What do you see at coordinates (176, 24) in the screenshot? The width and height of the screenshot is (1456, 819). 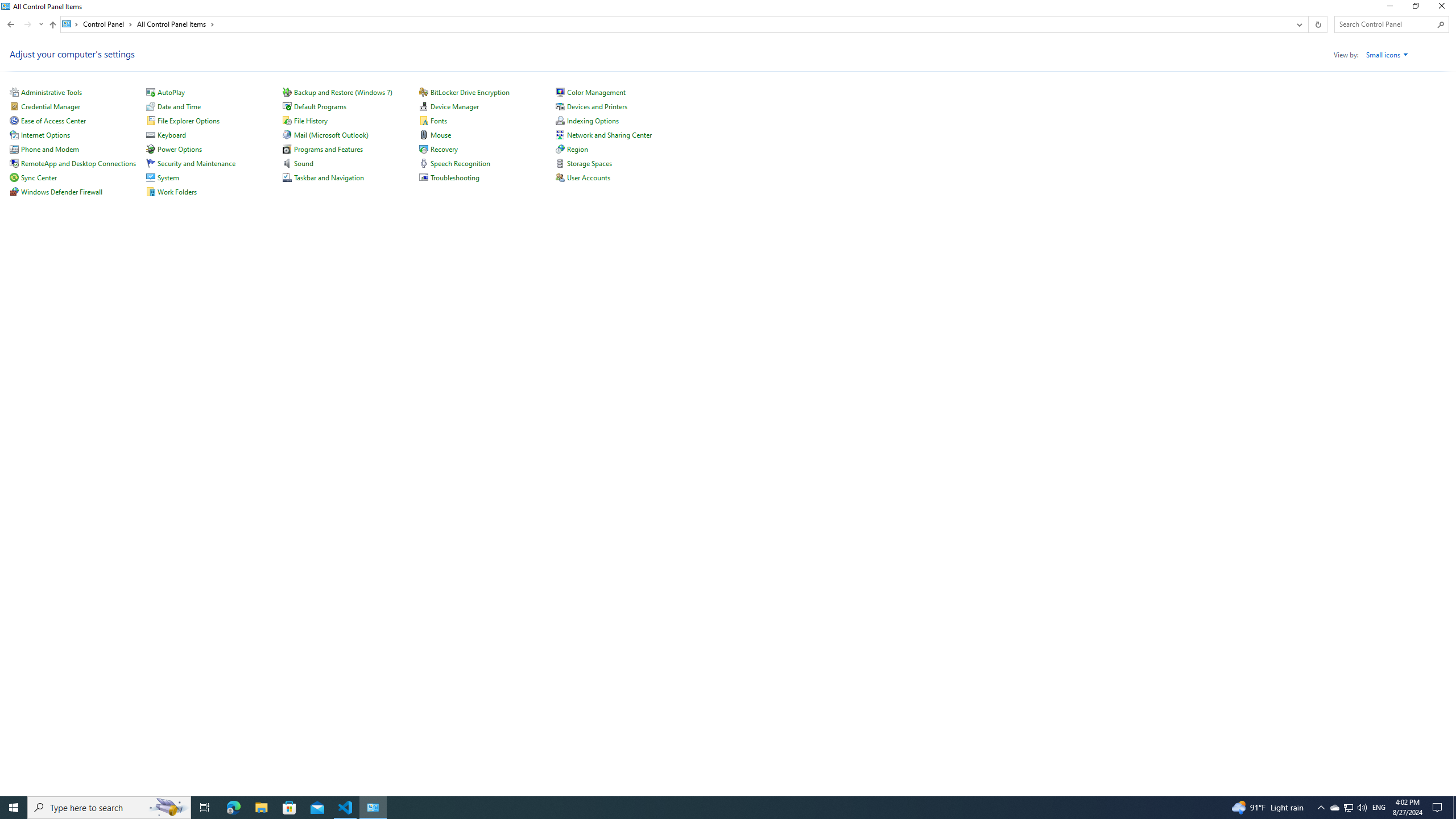 I see `'All Control Panel Items'` at bounding box center [176, 24].